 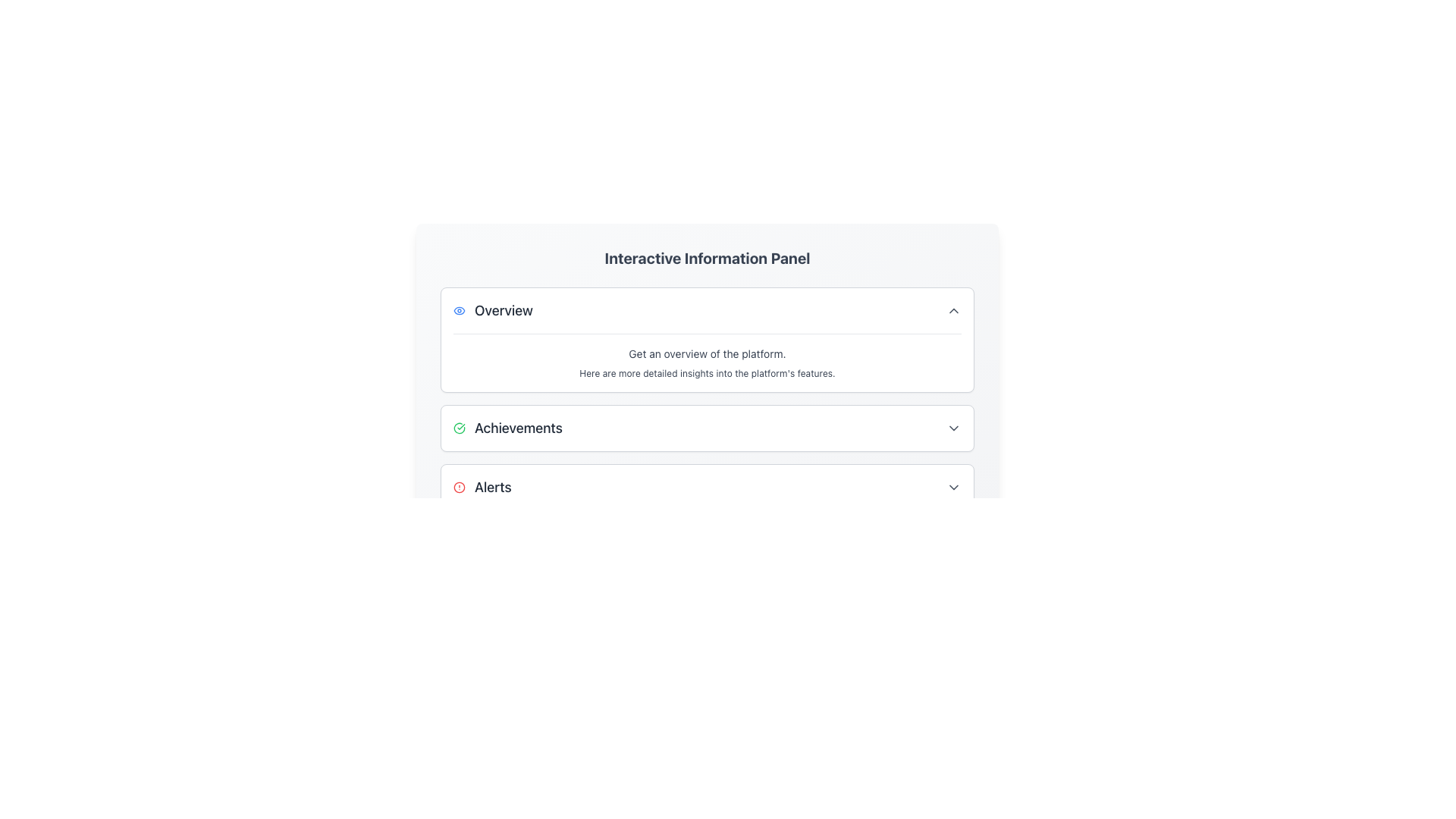 I want to click on the leftmost icon in the "Achievements" section of the collapsible information panel, which indicates a successfully completed or available achievement, so click(x=458, y=428).